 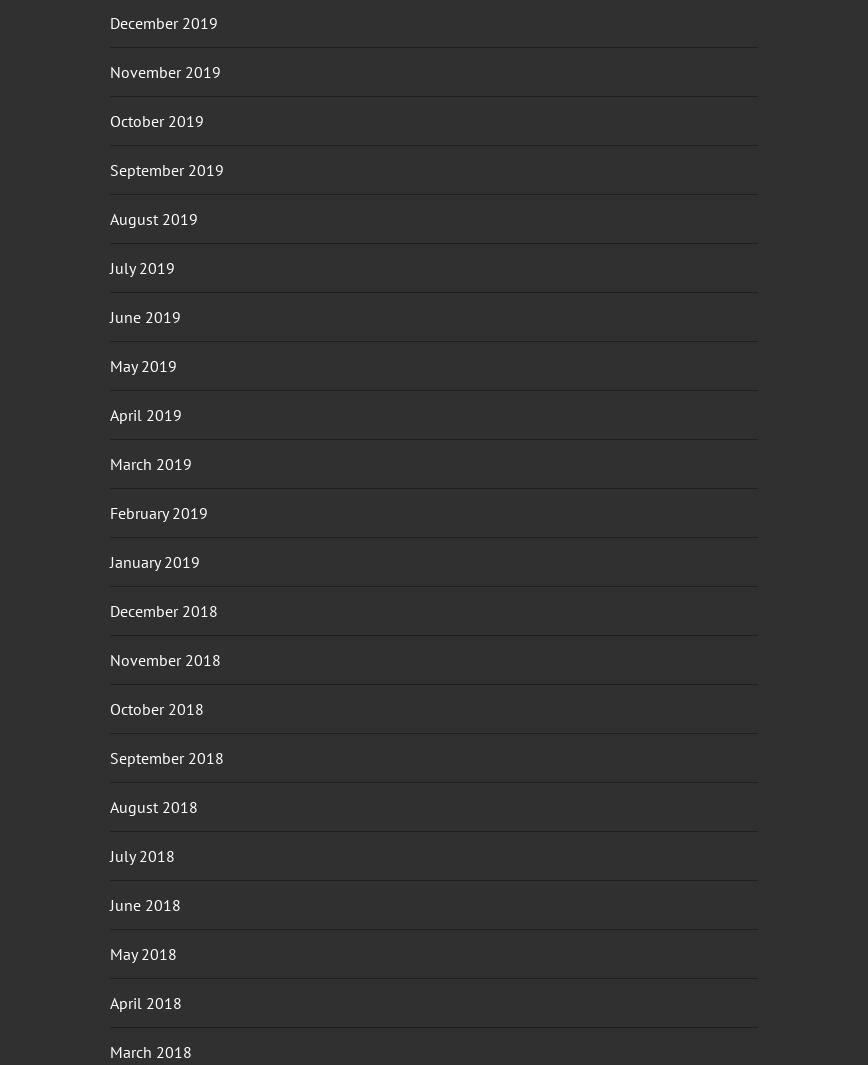 I want to click on 'May 2018', so click(x=143, y=952).